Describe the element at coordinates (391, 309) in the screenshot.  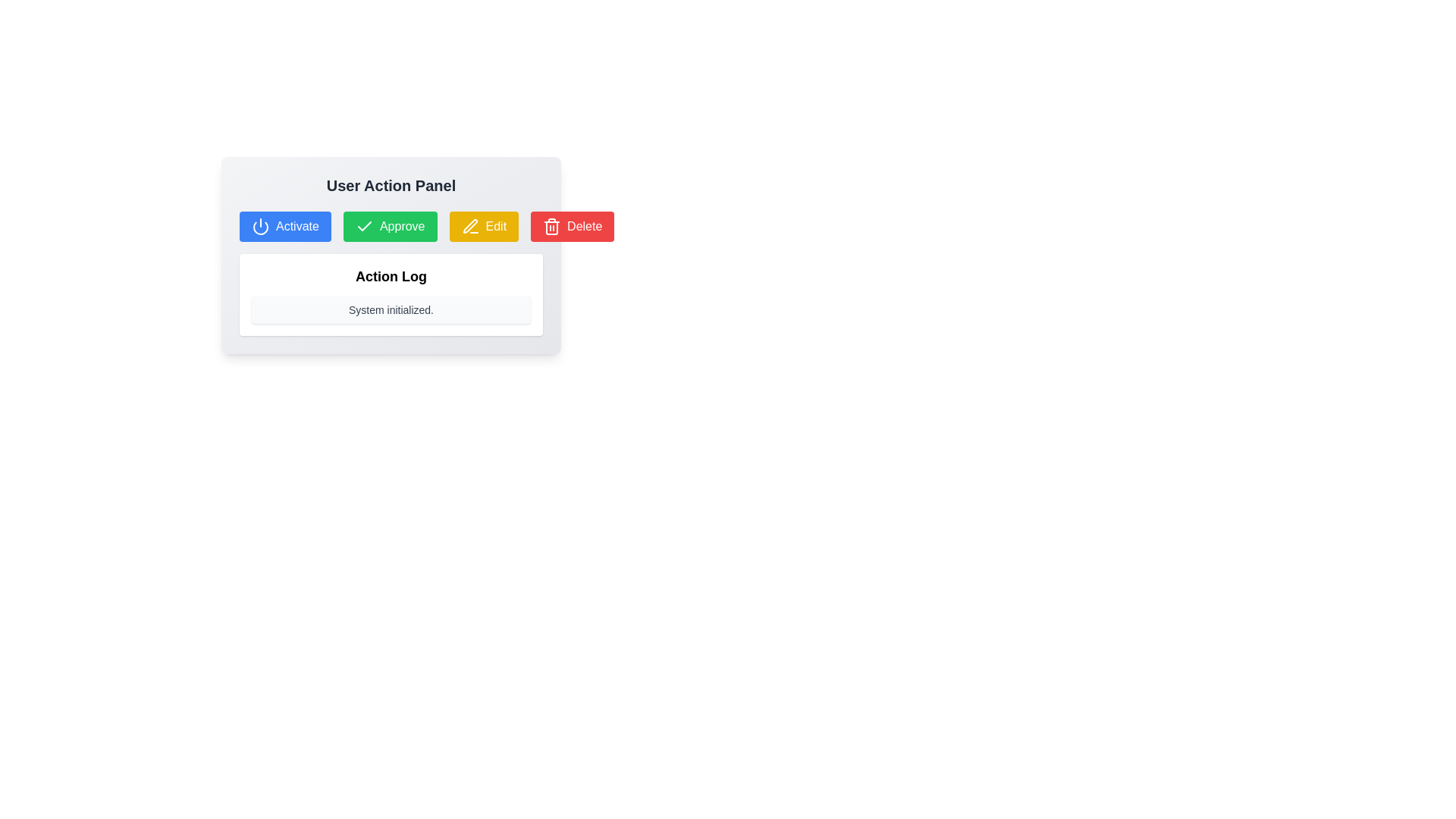
I see `the text label that reads 'System initialized.' which is styled with a light gray background and is located below the 'Action Log' heading` at that location.